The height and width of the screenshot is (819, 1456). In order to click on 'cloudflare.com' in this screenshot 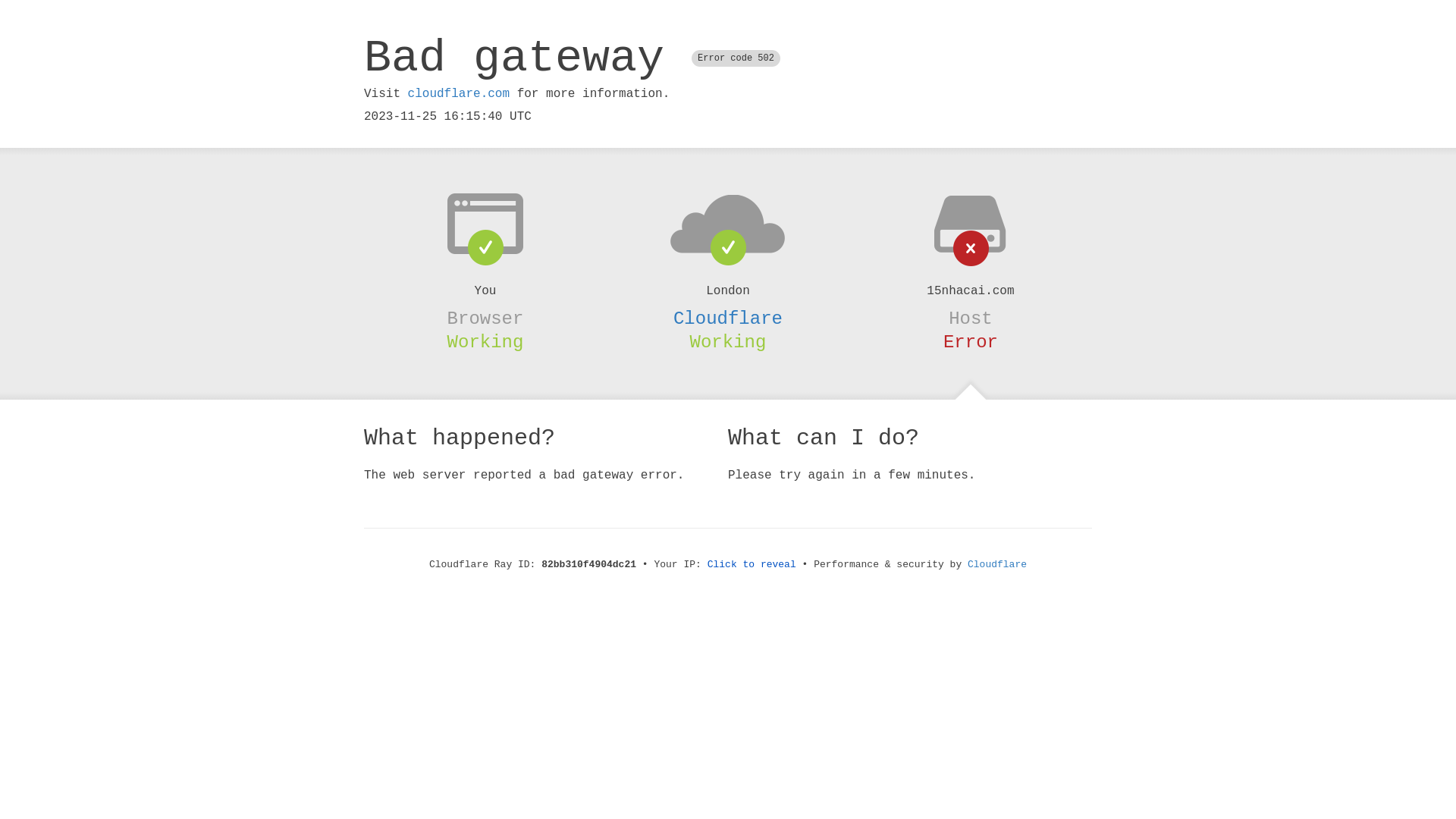, I will do `click(457, 93)`.